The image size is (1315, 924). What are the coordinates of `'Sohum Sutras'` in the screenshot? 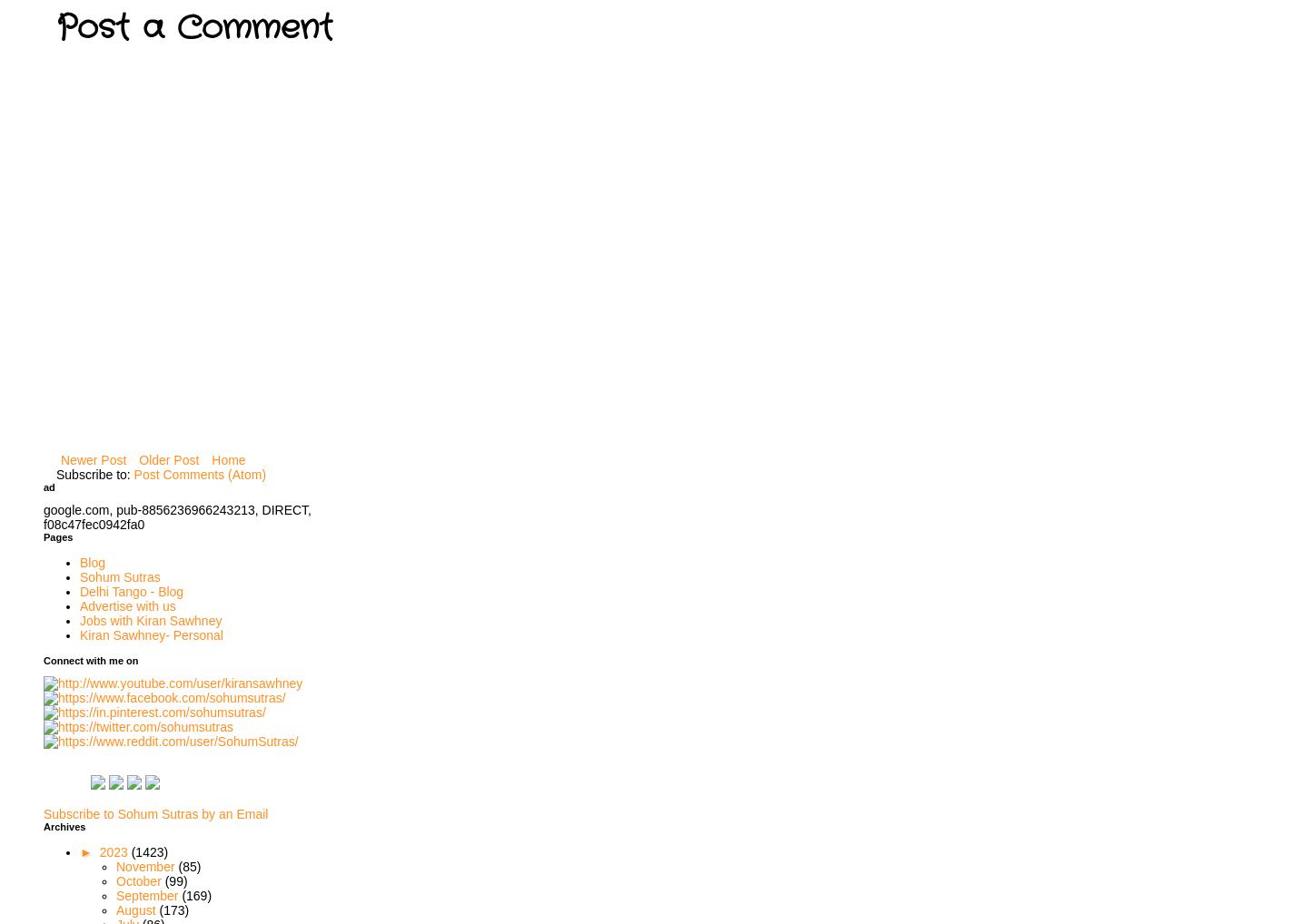 It's located at (119, 575).